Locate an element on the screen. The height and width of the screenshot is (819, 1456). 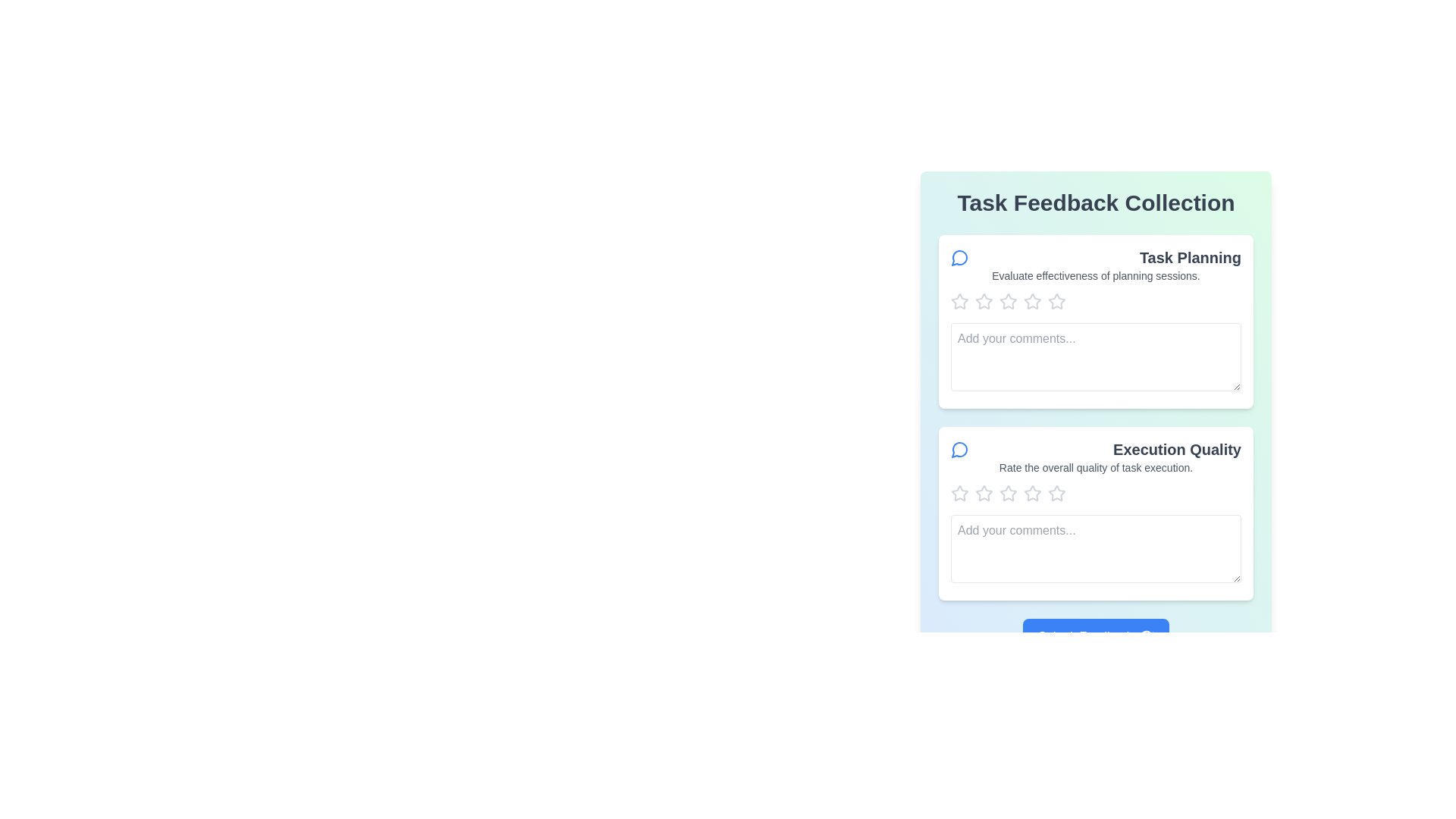
the third star in the five-star rating interface of the 'Execution Quality' section is located at coordinates (984, 494).